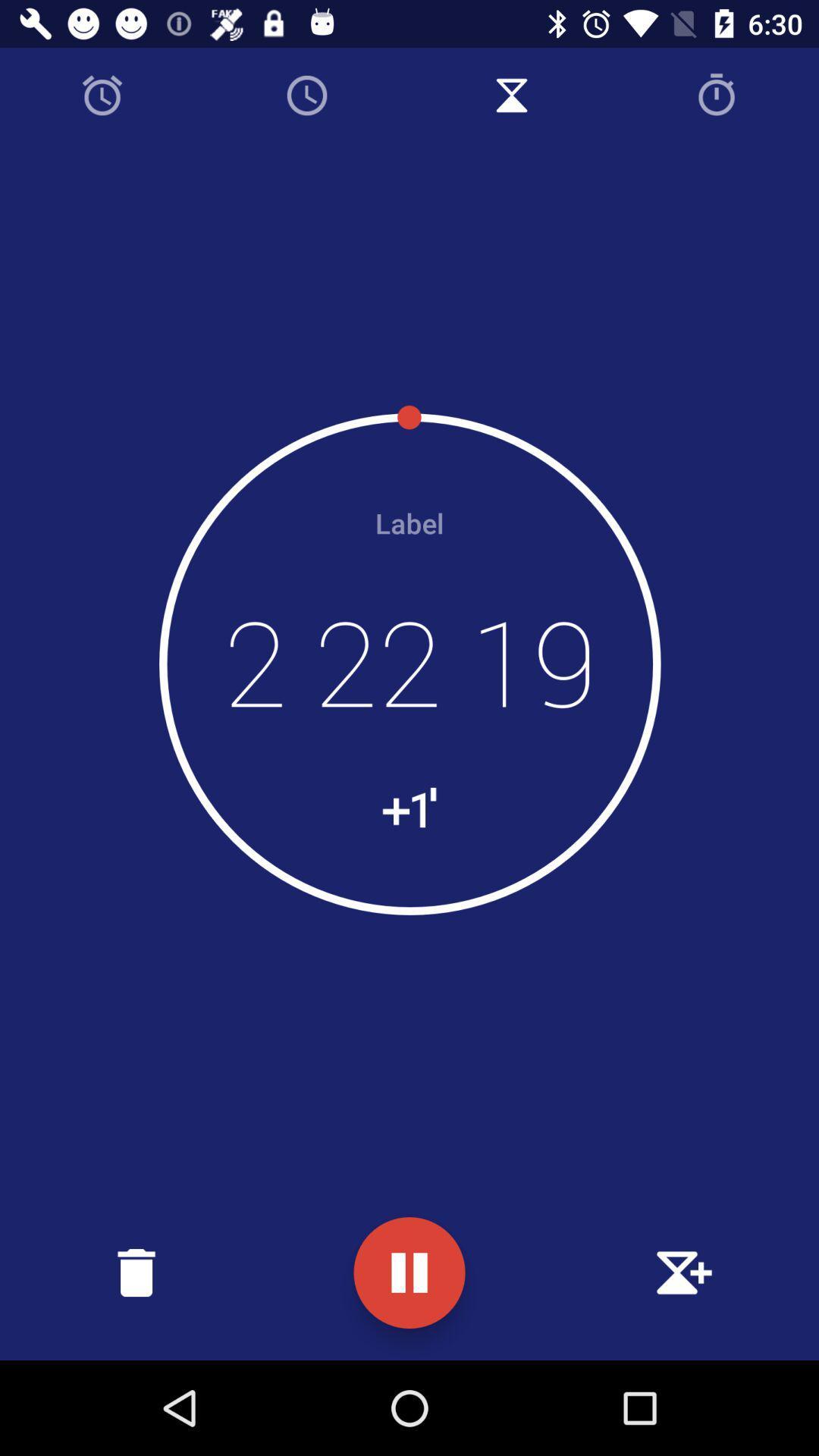  I want to click on the pause icon, so click(409, 1272).